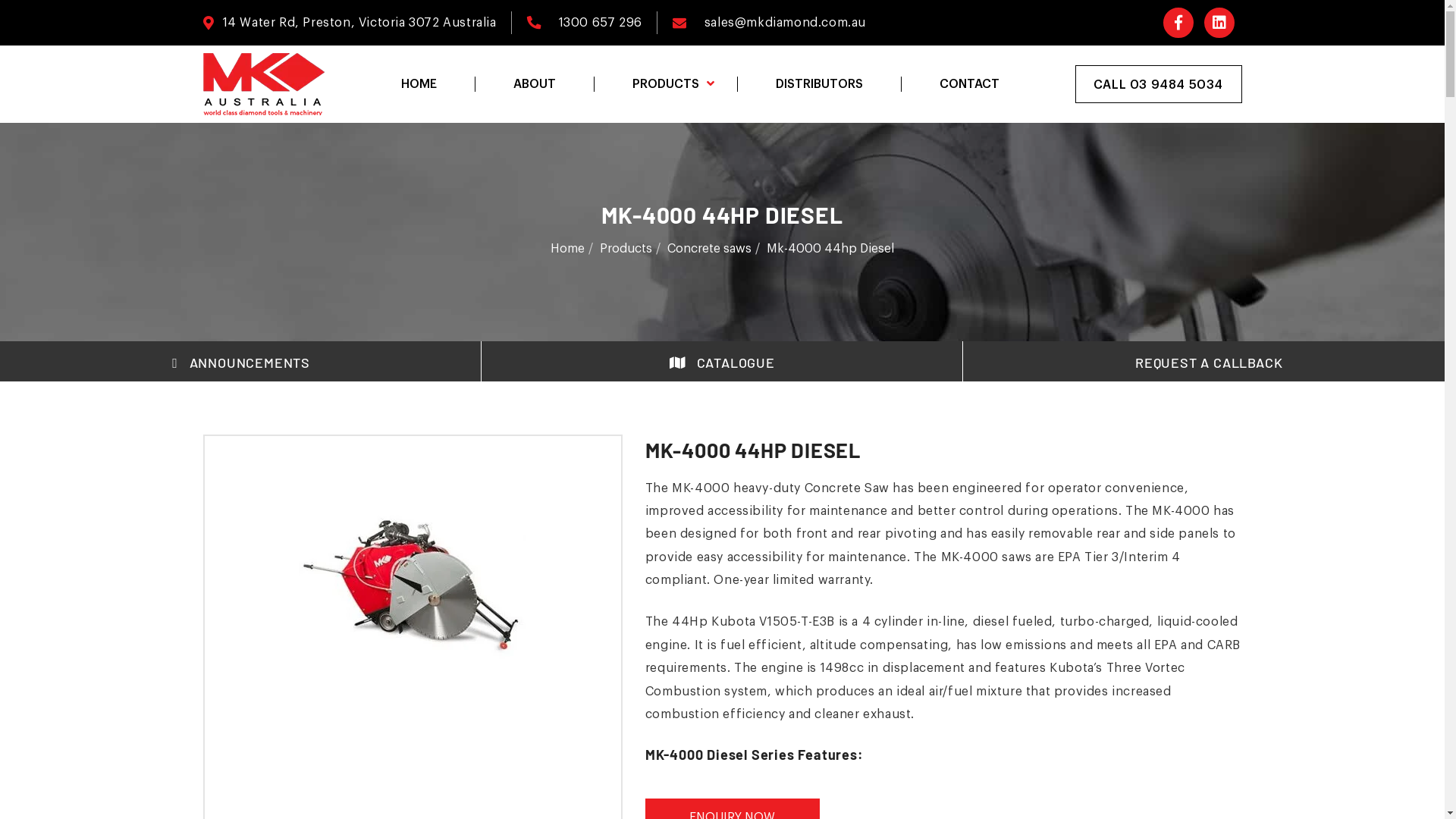 This screenshot has width=1456, height=819. What do you see at coordinates (708, 247) in the screenshot?
I see `'Concrete saws'` at bounding box center [708, 247].